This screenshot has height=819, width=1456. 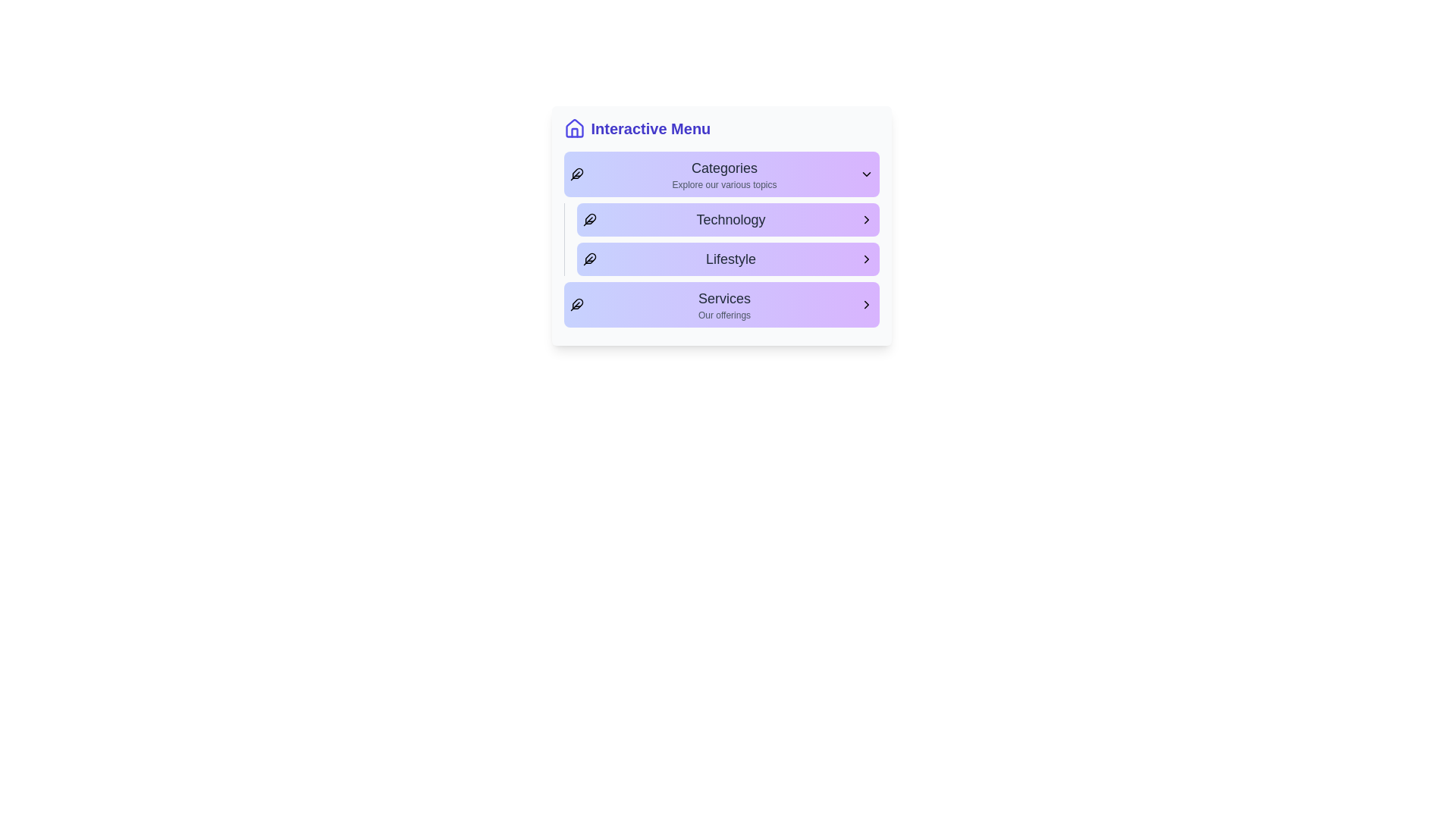 What do you see at coordinates (720, 304) in the screenshot?
I see `the 'Services' menu item, which is the fourth item in the vertical menu layout, featuring a gradient background, bold dark-gray text, a feather icon on the left, and a chevron on the right` at bounding box center [720, 304].